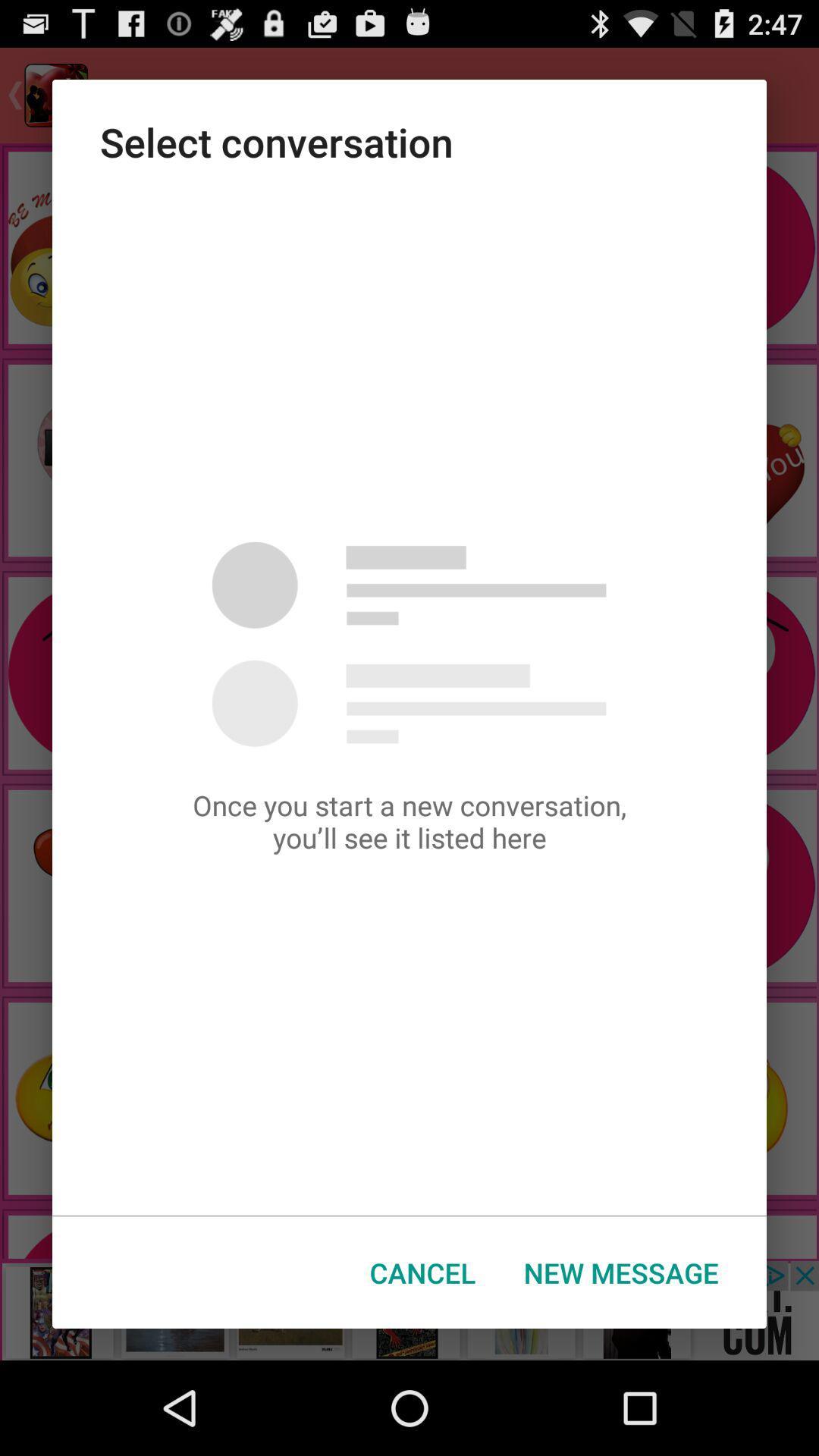 The image size is (819, 1456). I want to click on the new message, so click(621, 1272).